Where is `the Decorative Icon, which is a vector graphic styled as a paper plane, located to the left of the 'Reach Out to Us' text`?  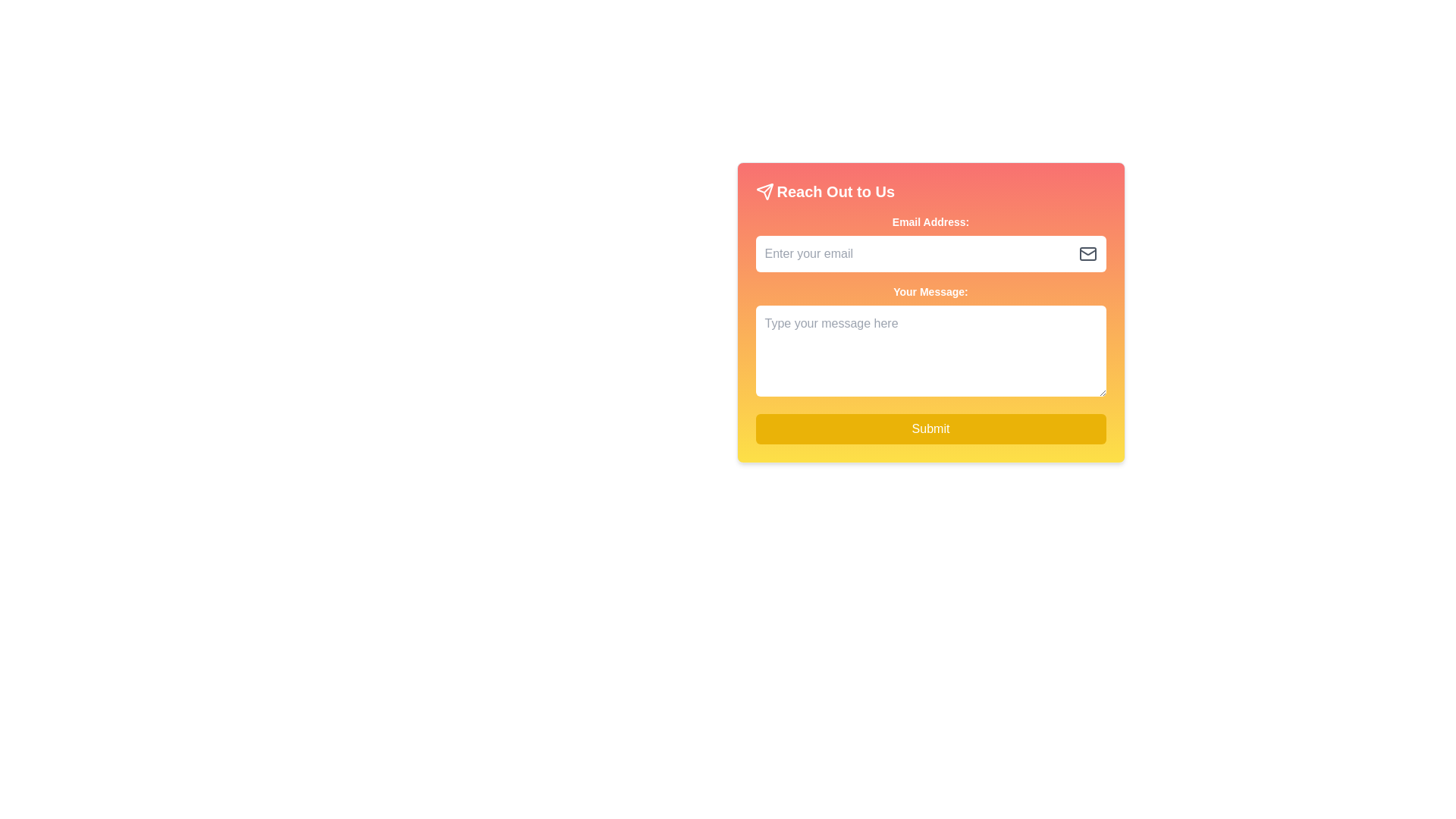 the Decorative Icon, which is a vector graphic styled as a paper plane, located to the left of the 'Reach Out to Us' text is located at coordinates (764, 191).